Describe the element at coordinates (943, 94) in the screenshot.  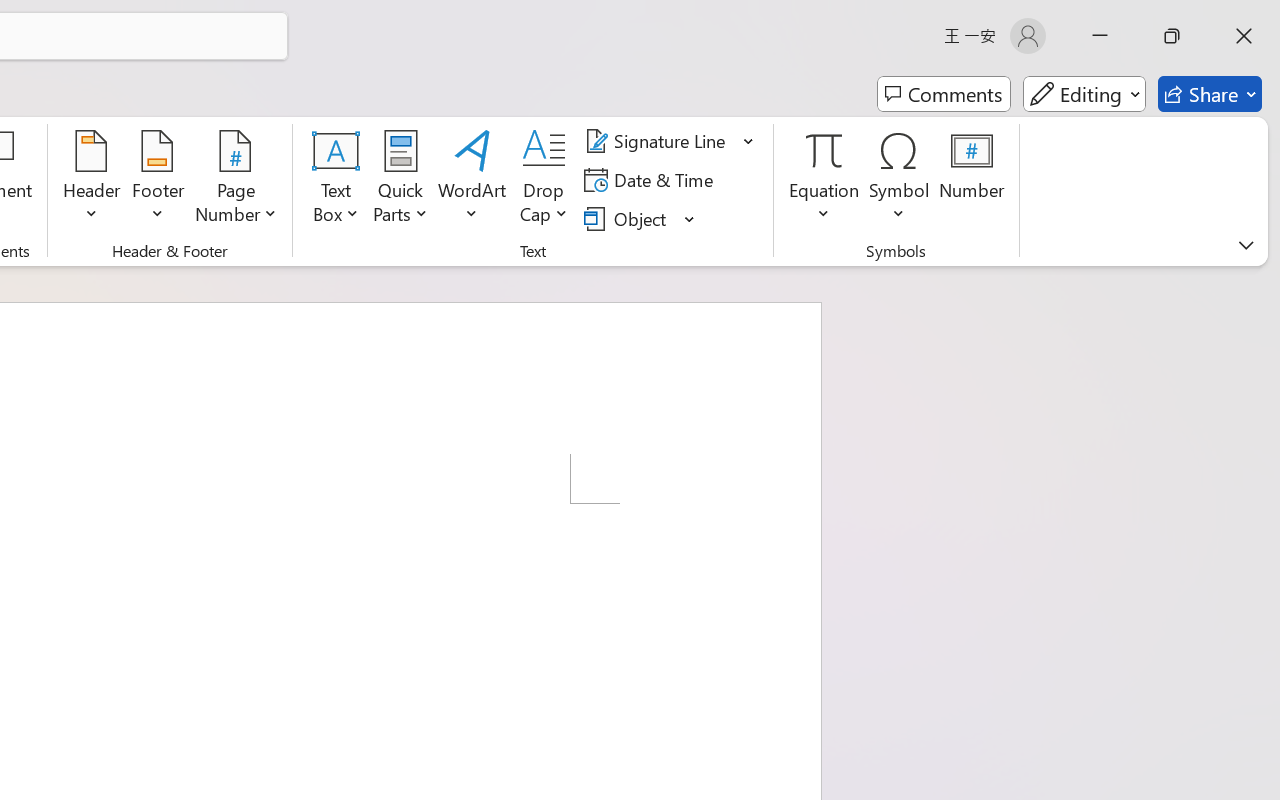
I see `'Comments'` at that location.